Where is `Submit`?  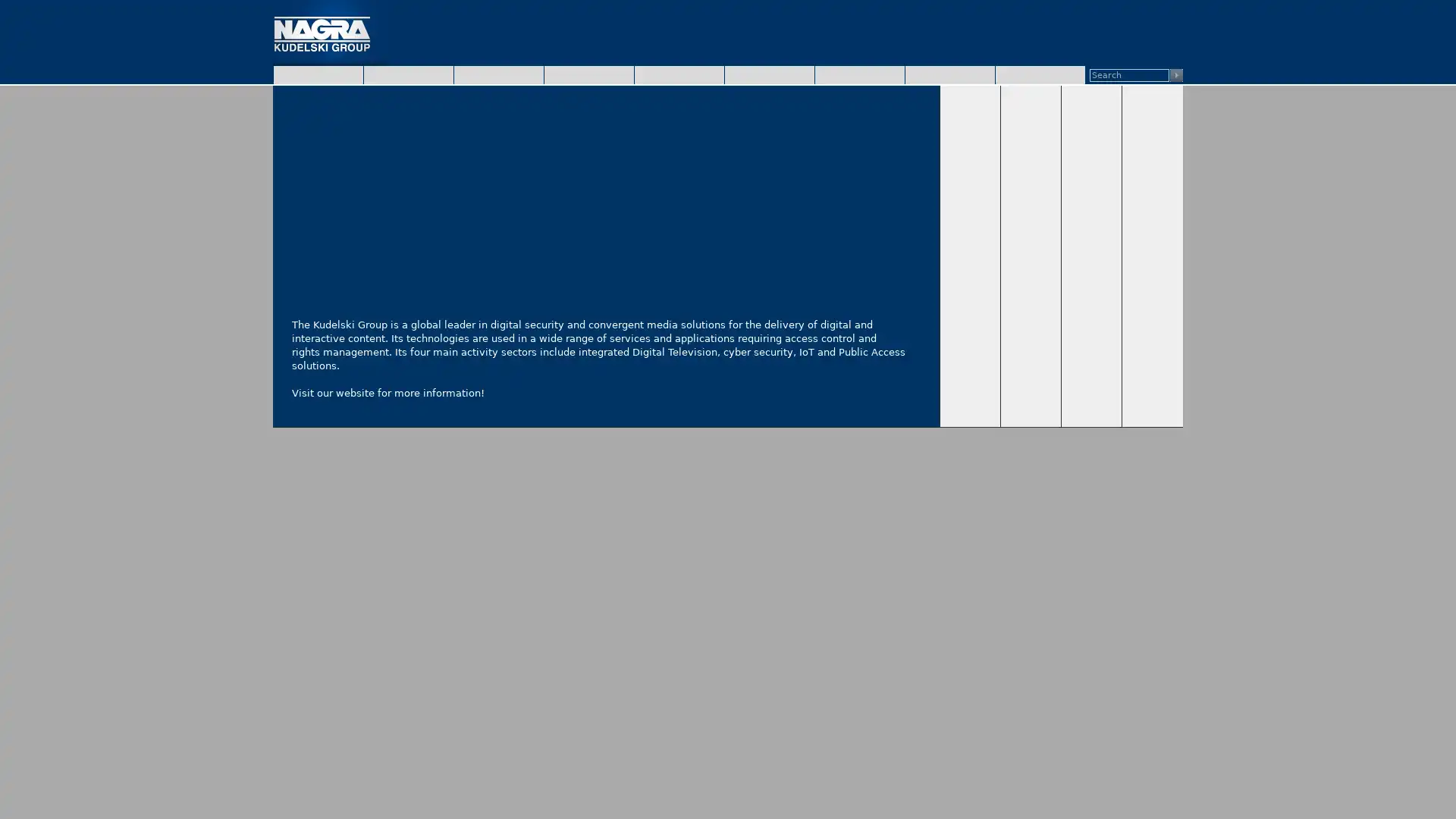
Submit is located at coordinates (1175, 75).